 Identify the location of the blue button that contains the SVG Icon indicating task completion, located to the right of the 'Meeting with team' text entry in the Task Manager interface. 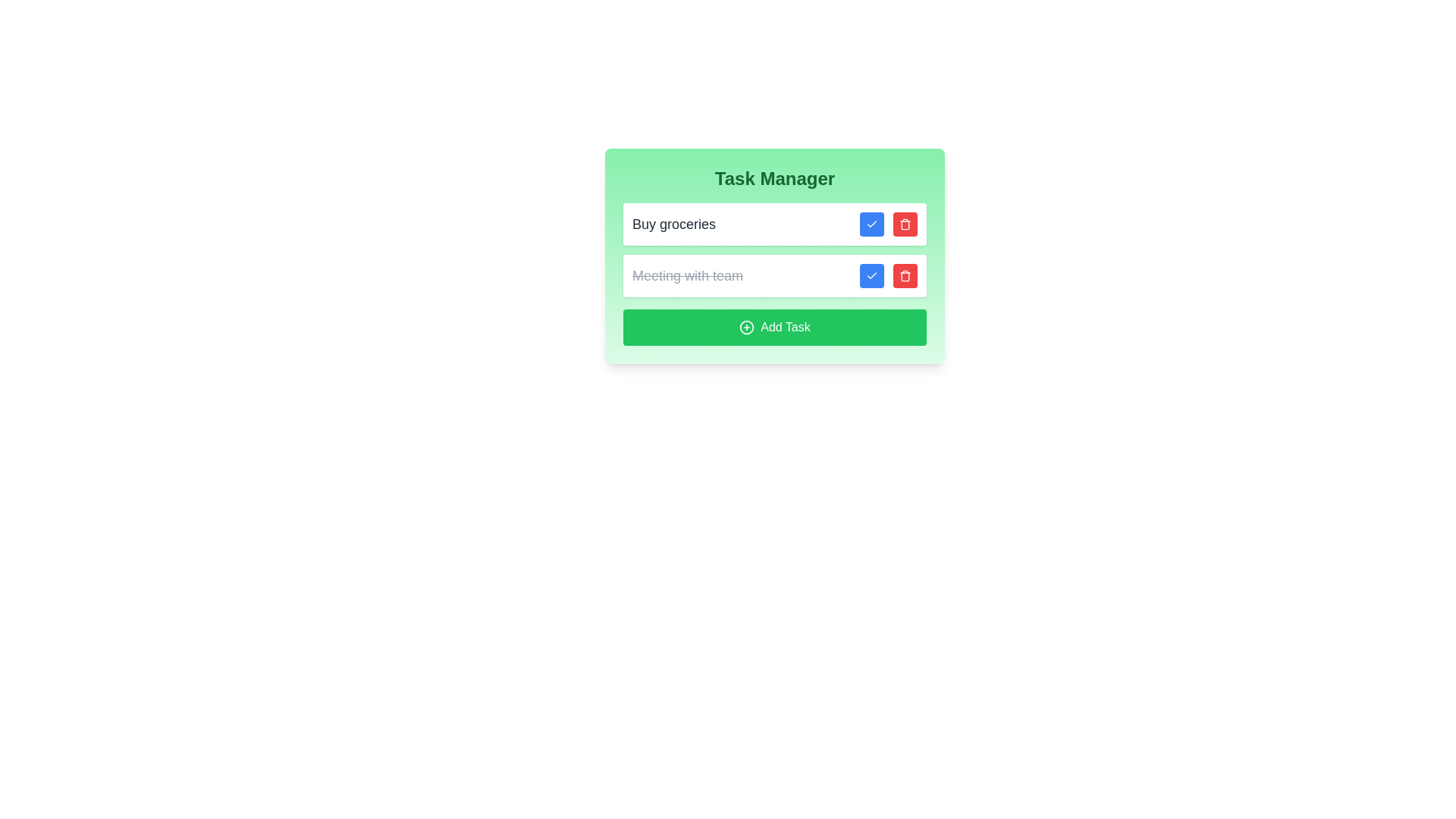
(872, 224).